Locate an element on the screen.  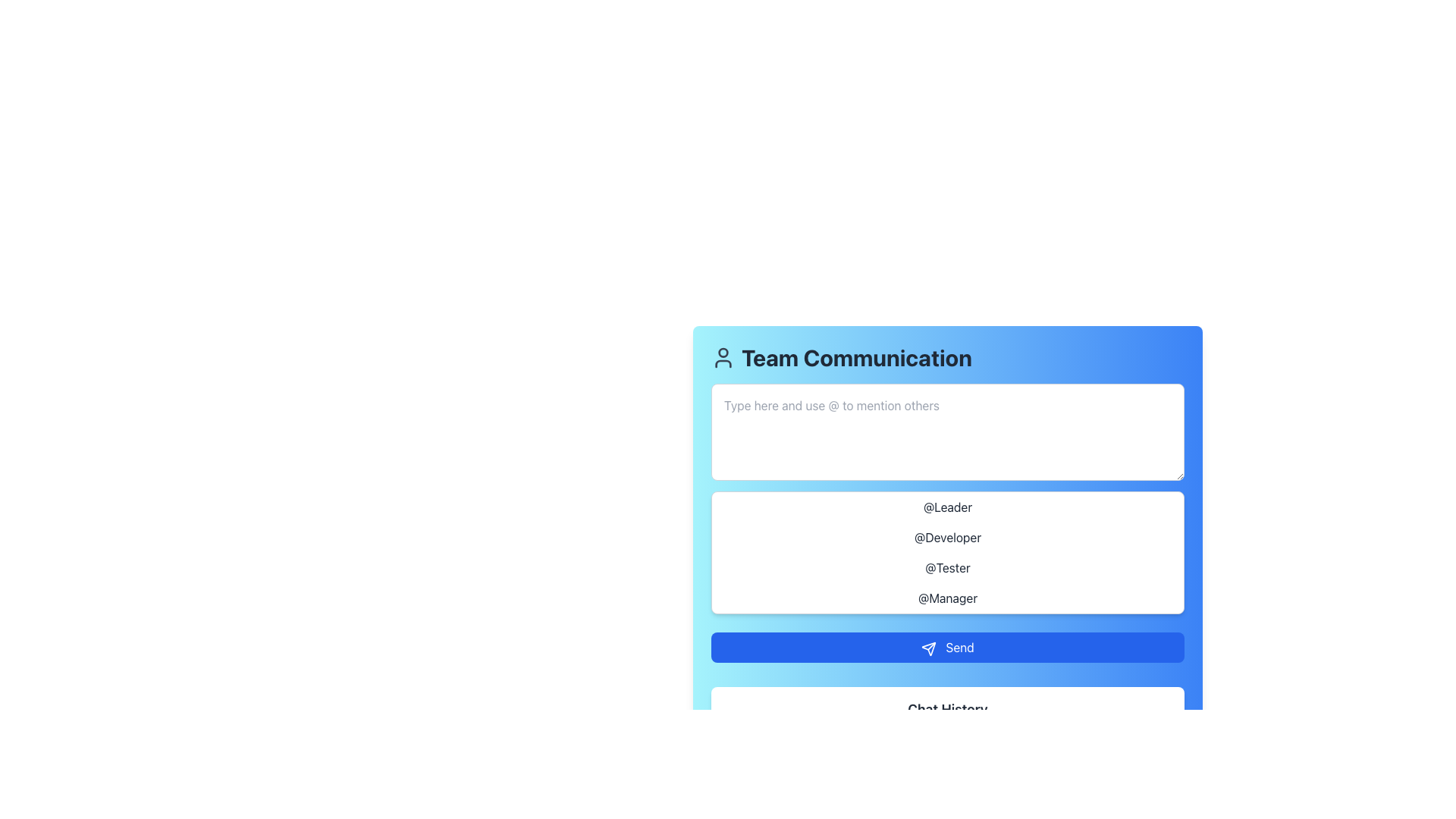
the triangular paper airplane icon located to the left of the 'Send' button, which is colored white and has sharp edges in a minimalistic design is located at coordinates (928, 648).